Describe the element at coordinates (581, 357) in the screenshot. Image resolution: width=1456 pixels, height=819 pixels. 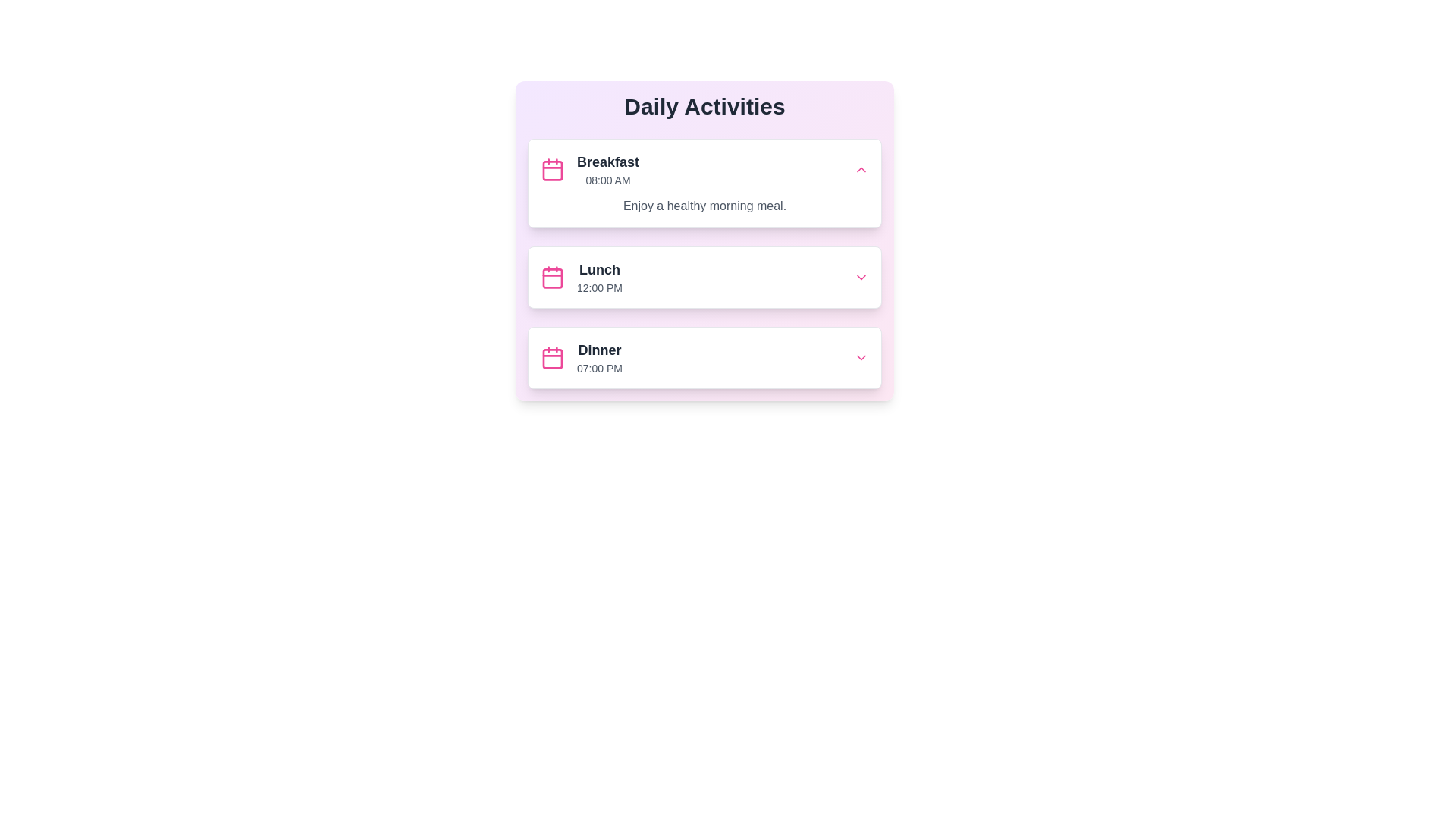
I see `event title 'Dinner' and time '07:00 PM' from the descriptive text block located within the 'Daily Activities' section of the calendar interface` at that location.